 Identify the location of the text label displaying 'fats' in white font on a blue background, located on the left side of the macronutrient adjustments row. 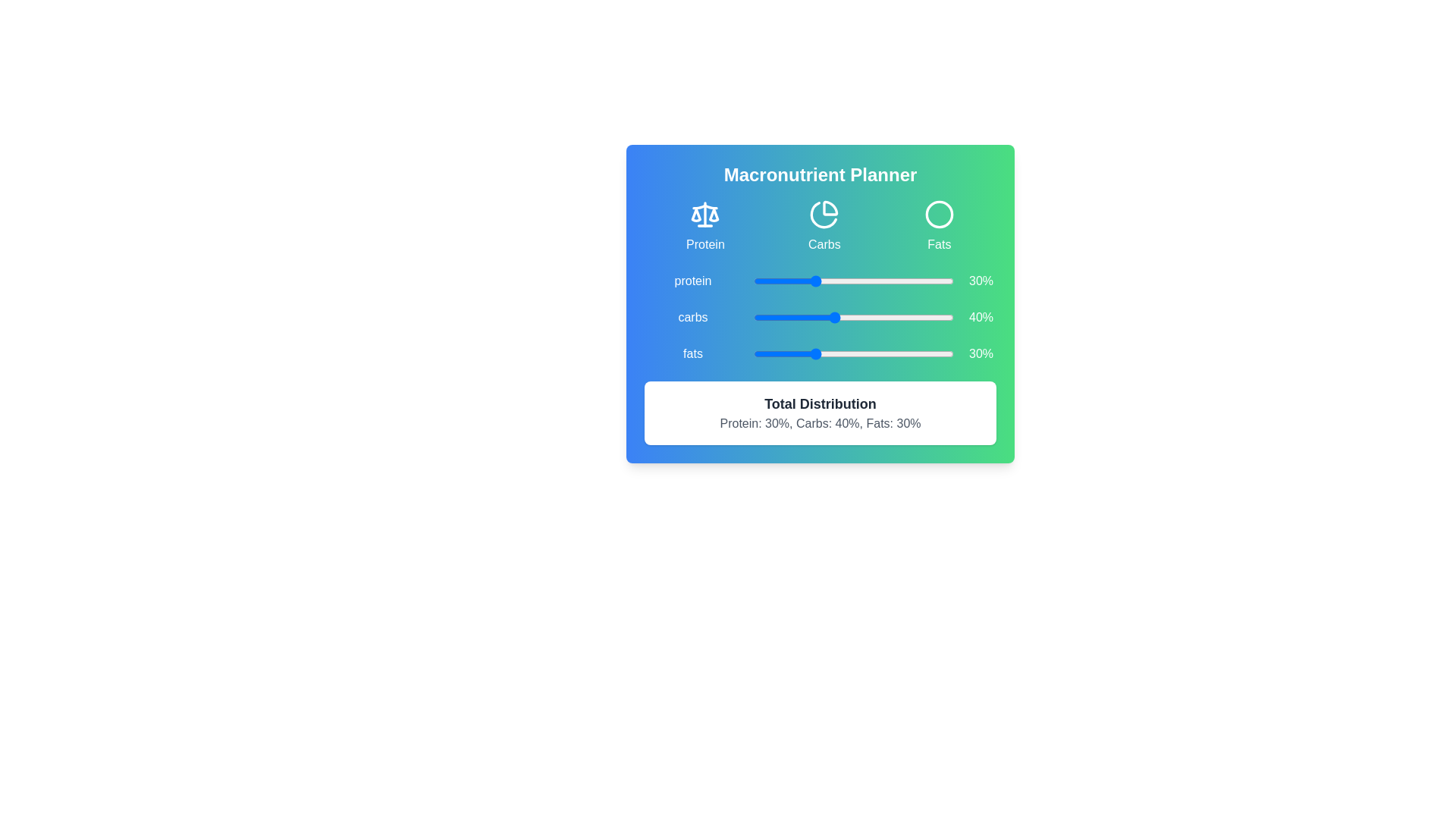
(692, 353).